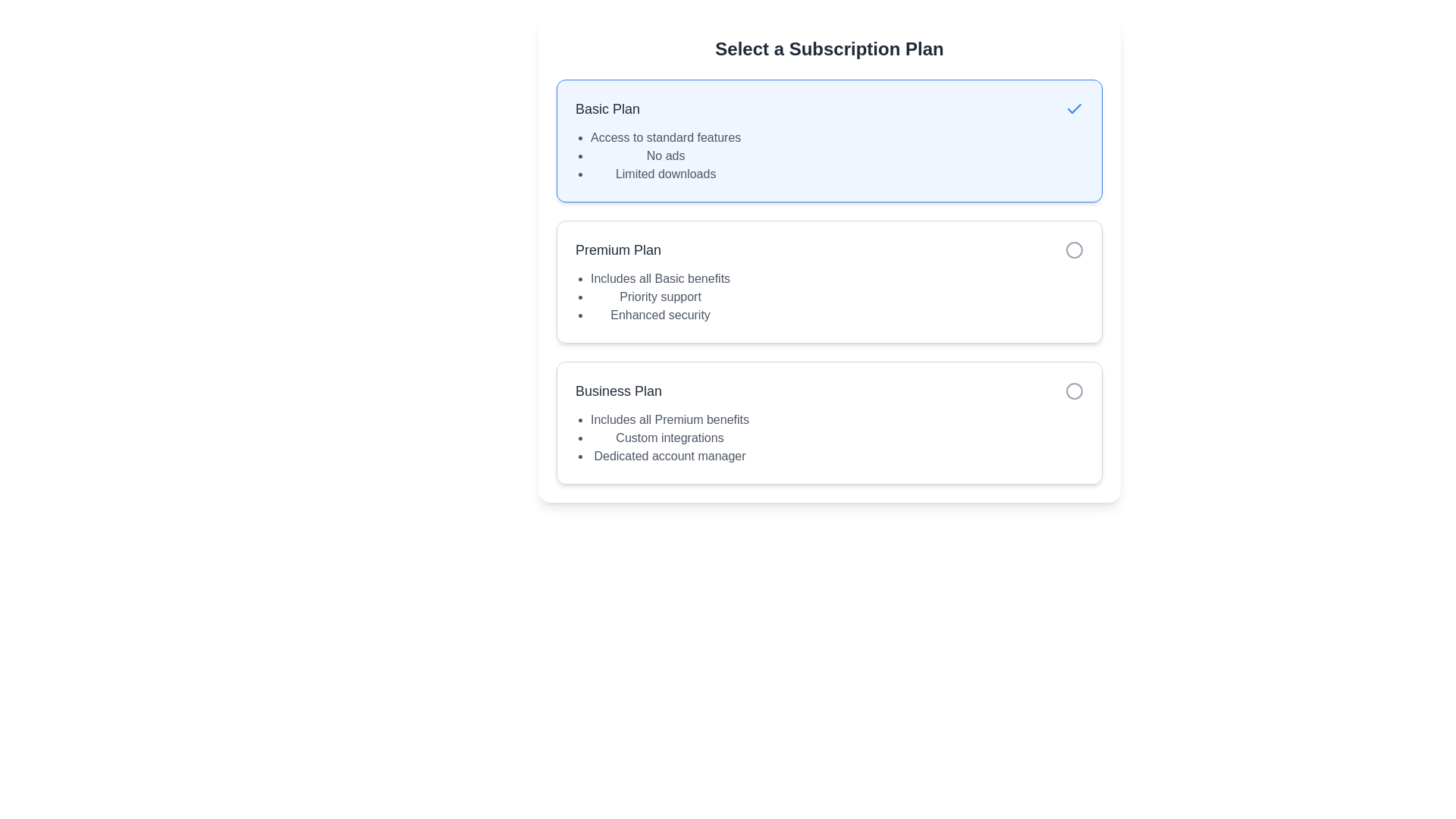  I want to click on the 'Business Plan' subscription option, so click(829, 423).